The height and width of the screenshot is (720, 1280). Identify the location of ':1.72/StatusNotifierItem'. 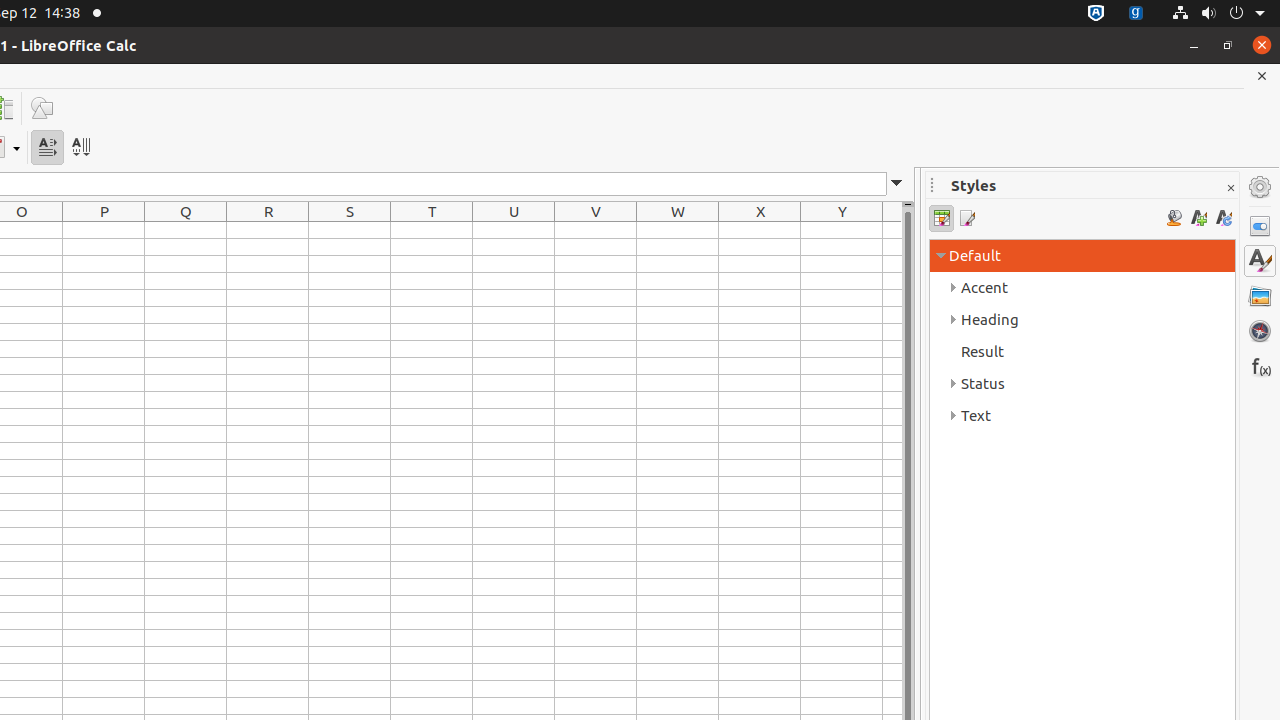
(1094, 13).